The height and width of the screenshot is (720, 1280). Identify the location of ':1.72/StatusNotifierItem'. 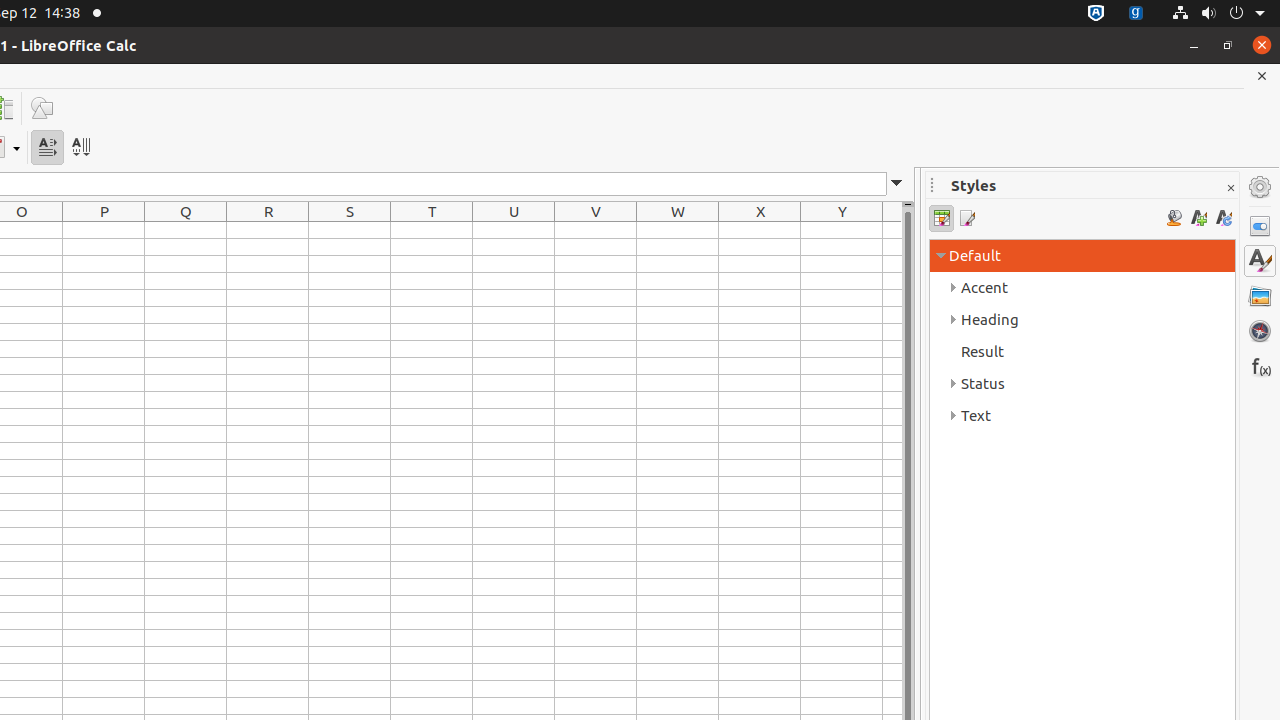
(1094, 13).